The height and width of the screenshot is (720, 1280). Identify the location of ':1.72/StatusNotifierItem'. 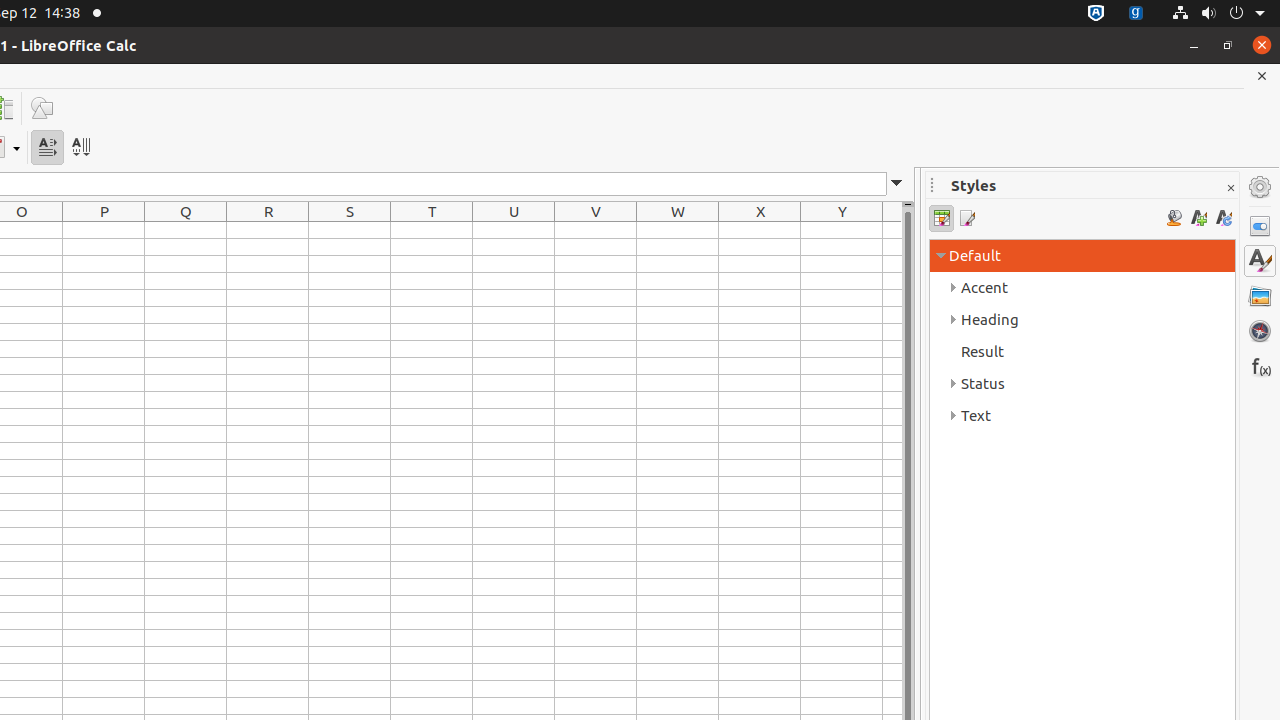
(1094, 13).